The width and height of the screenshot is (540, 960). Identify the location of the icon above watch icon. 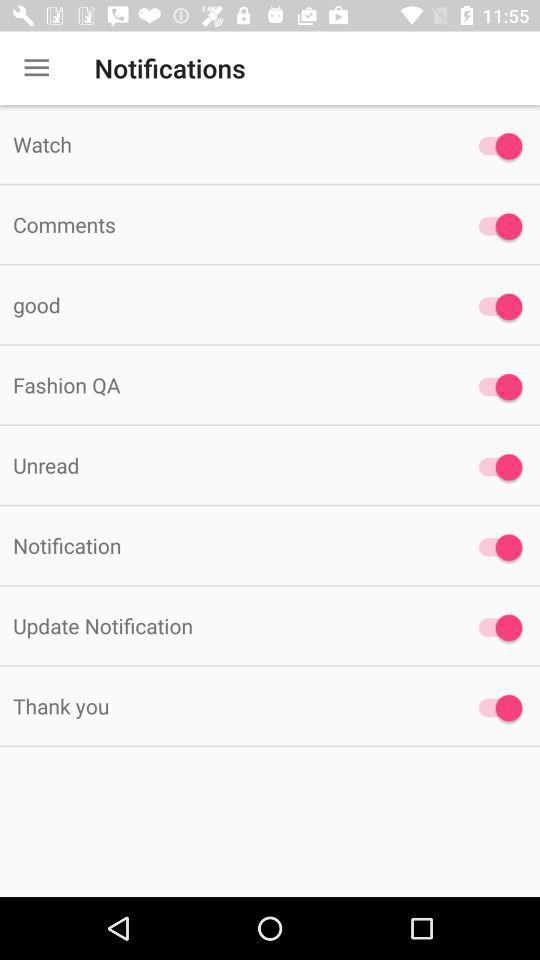
(36, 68).